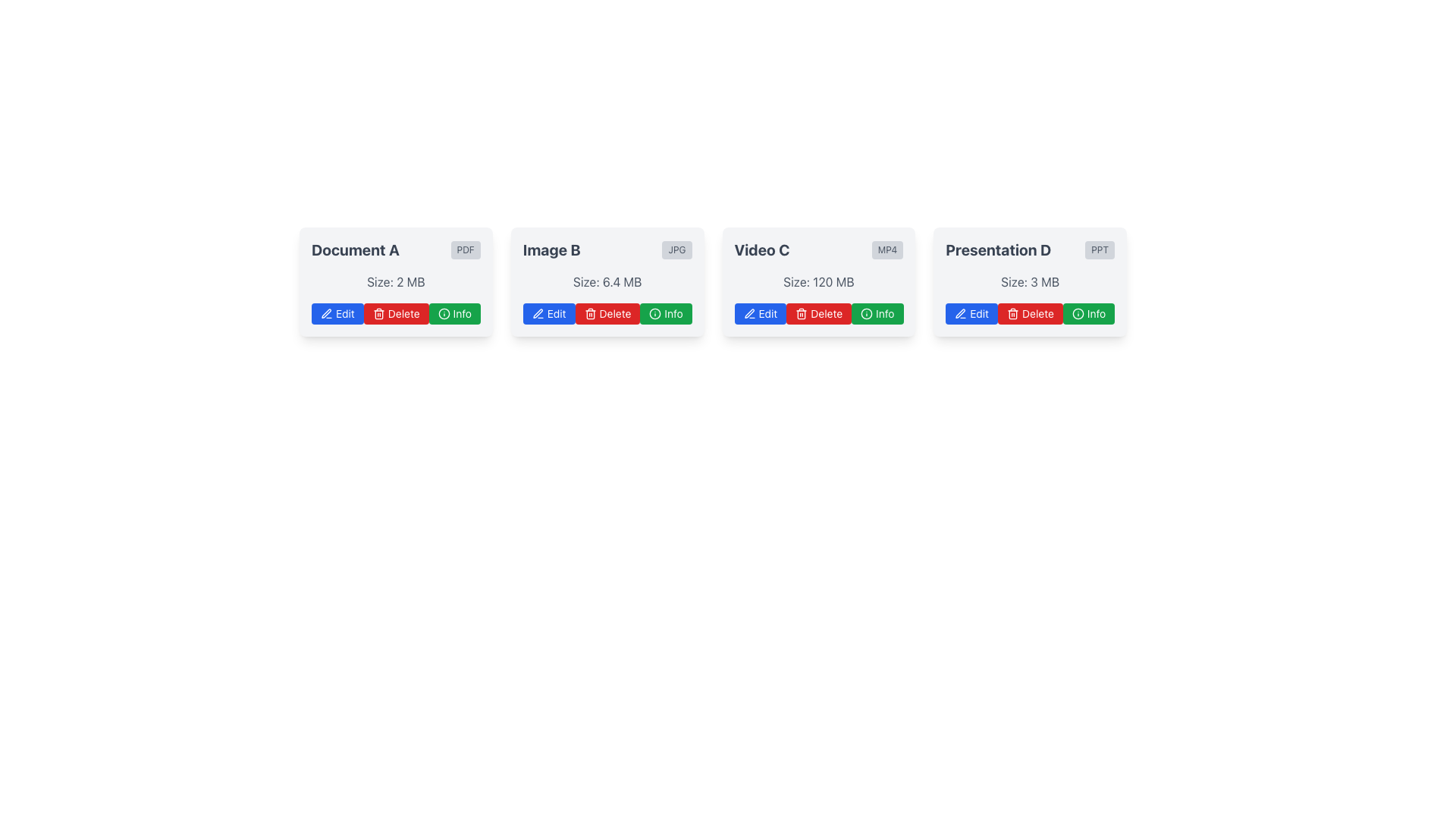 This screenshot has height=819, width=1456. Describe the element at coordinates (1088, 312) in the screenshot. I see `the 'Info' button, which is a rectangular button with rounded corners, a green background, and contains a white 'i' icon and 'Info' text, located in the card of 'Presentation D' as the last button in a horizontal group` at that location.